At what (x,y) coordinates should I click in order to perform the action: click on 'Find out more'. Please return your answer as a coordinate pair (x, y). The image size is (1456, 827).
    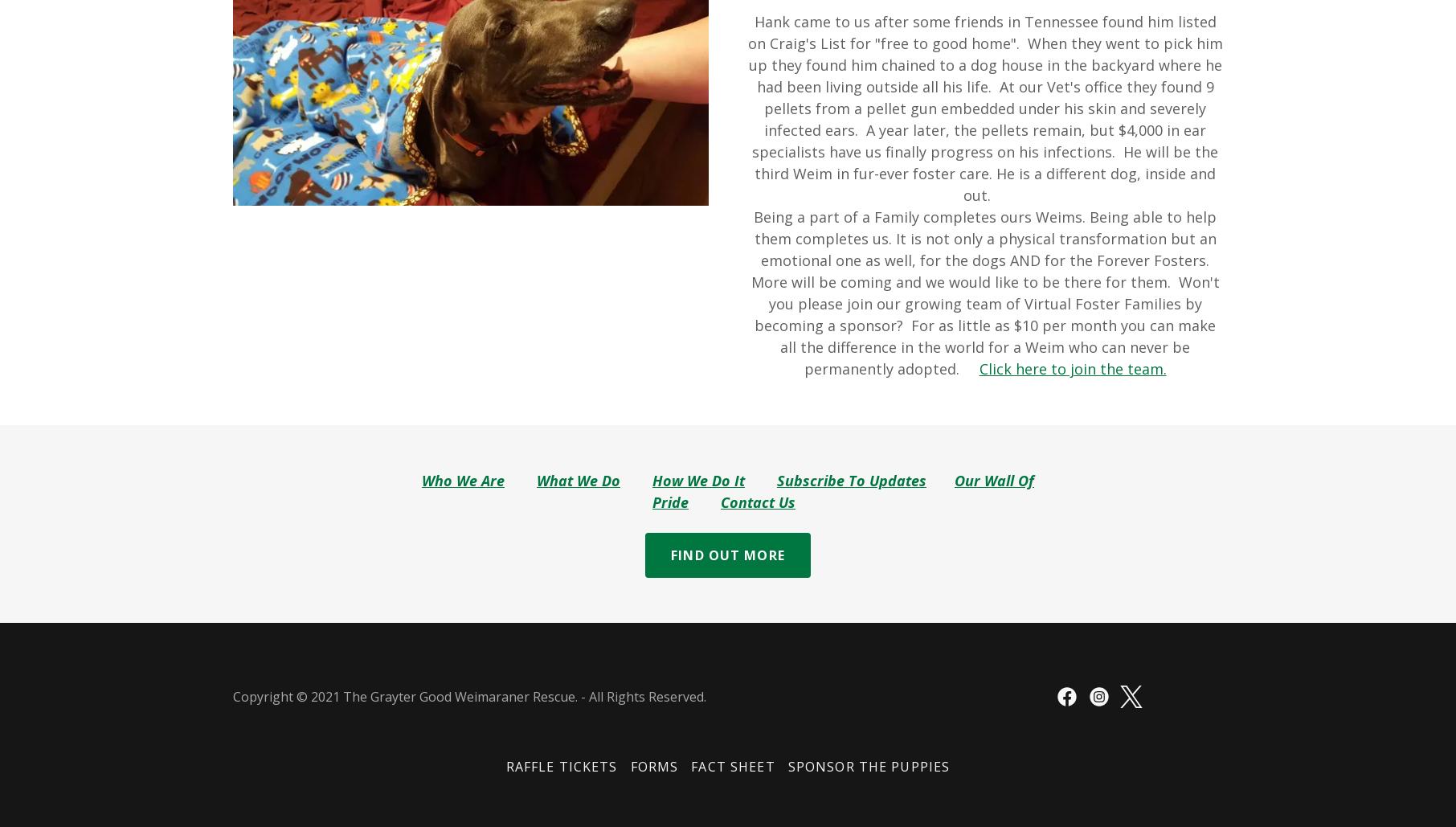
    Looking at the image, I should click on (726, 554).